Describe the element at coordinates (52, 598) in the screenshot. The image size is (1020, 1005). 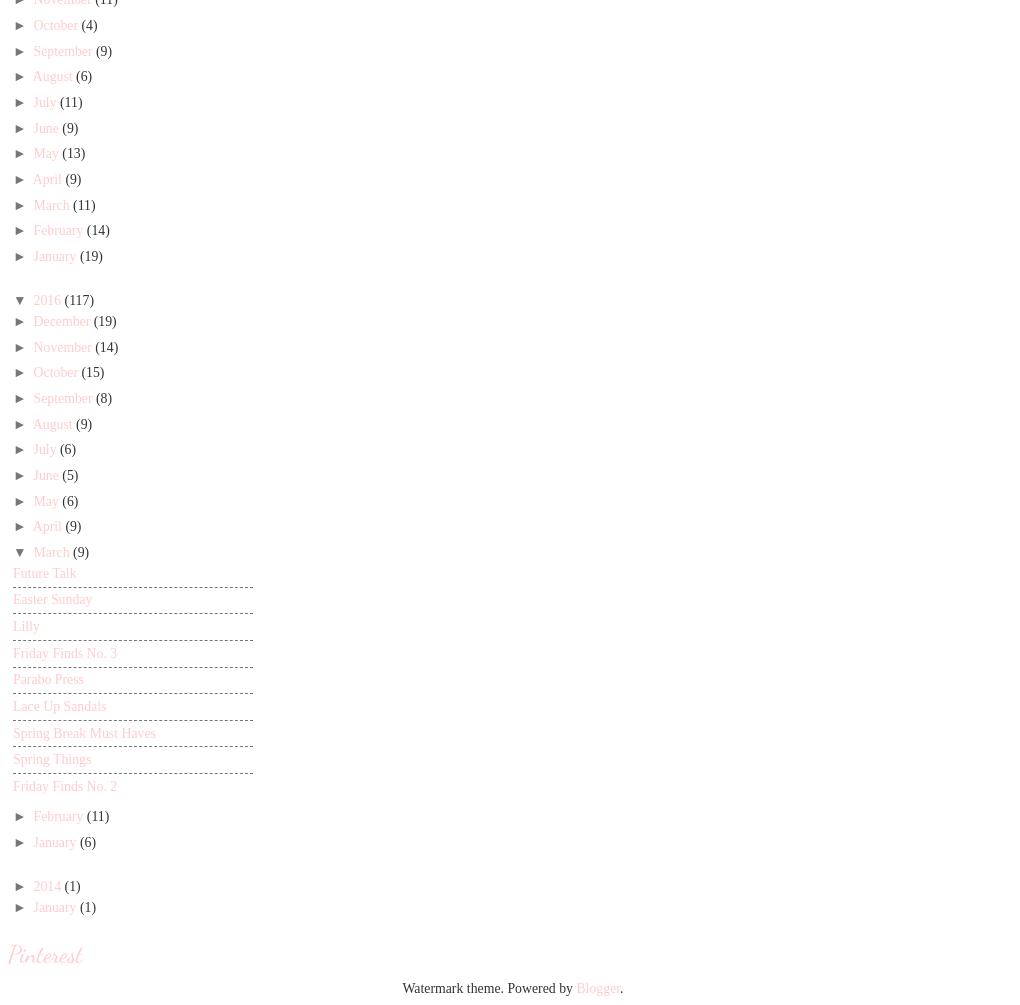
I see `'Easter Sunday'` at that location.